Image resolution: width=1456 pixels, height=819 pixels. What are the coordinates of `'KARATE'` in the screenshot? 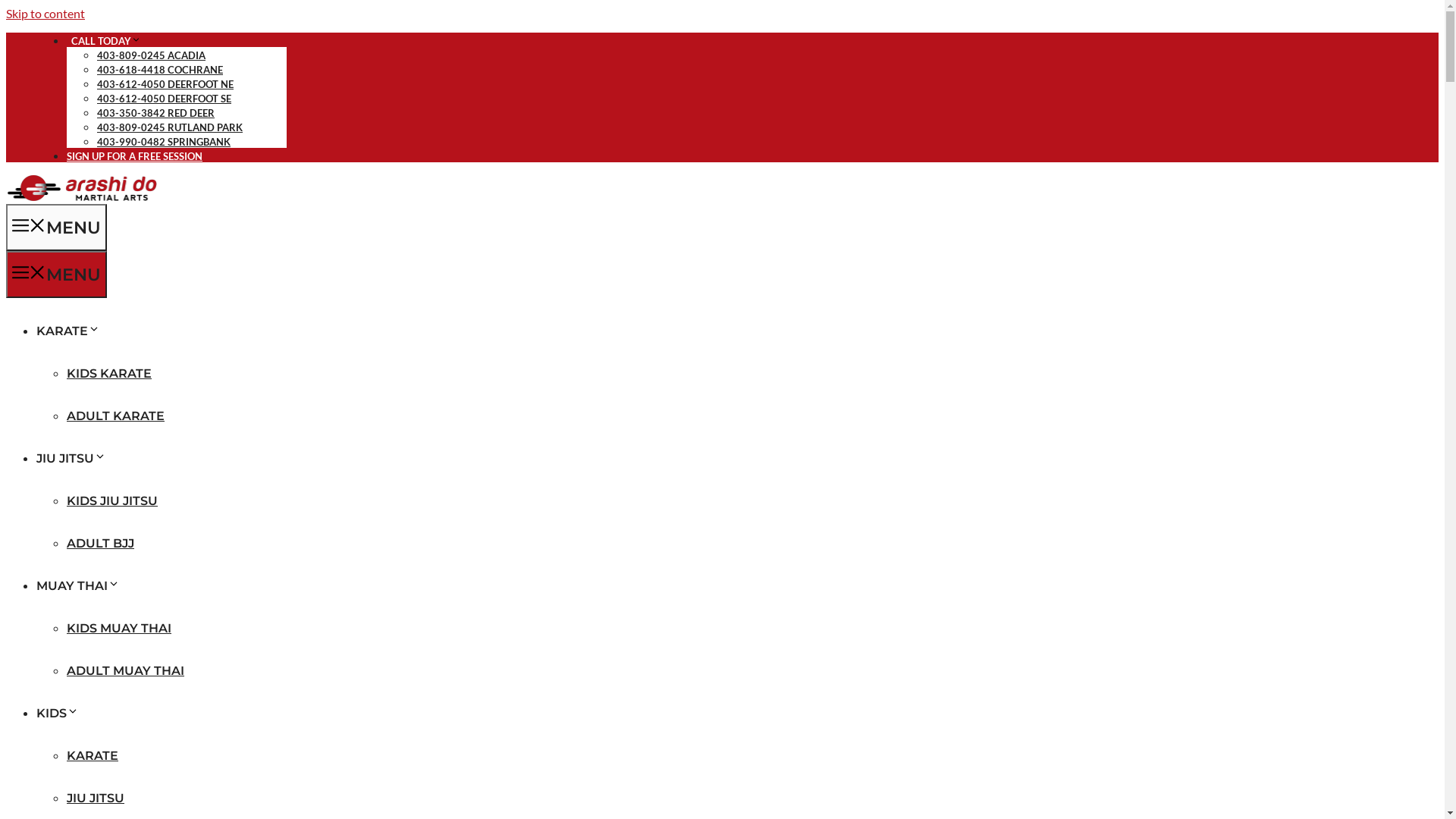 It's located at (67, 330).